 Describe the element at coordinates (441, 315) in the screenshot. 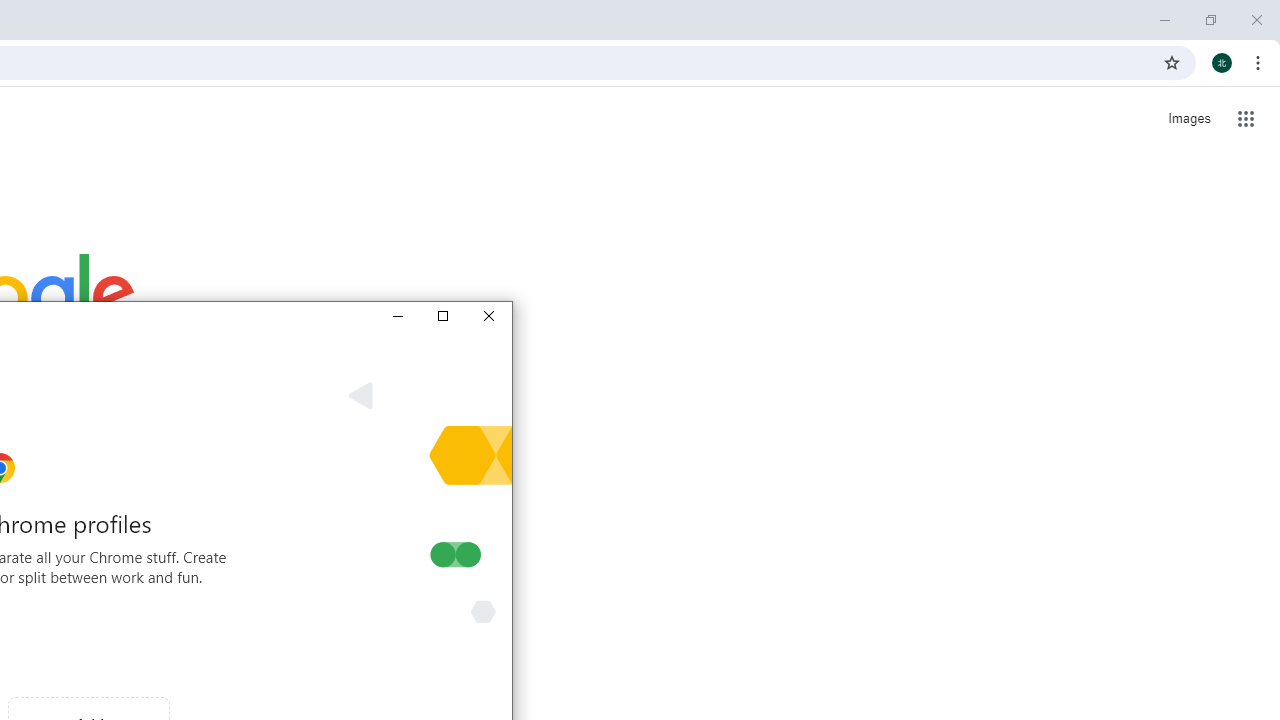

I see `'Maximize'` at that location.